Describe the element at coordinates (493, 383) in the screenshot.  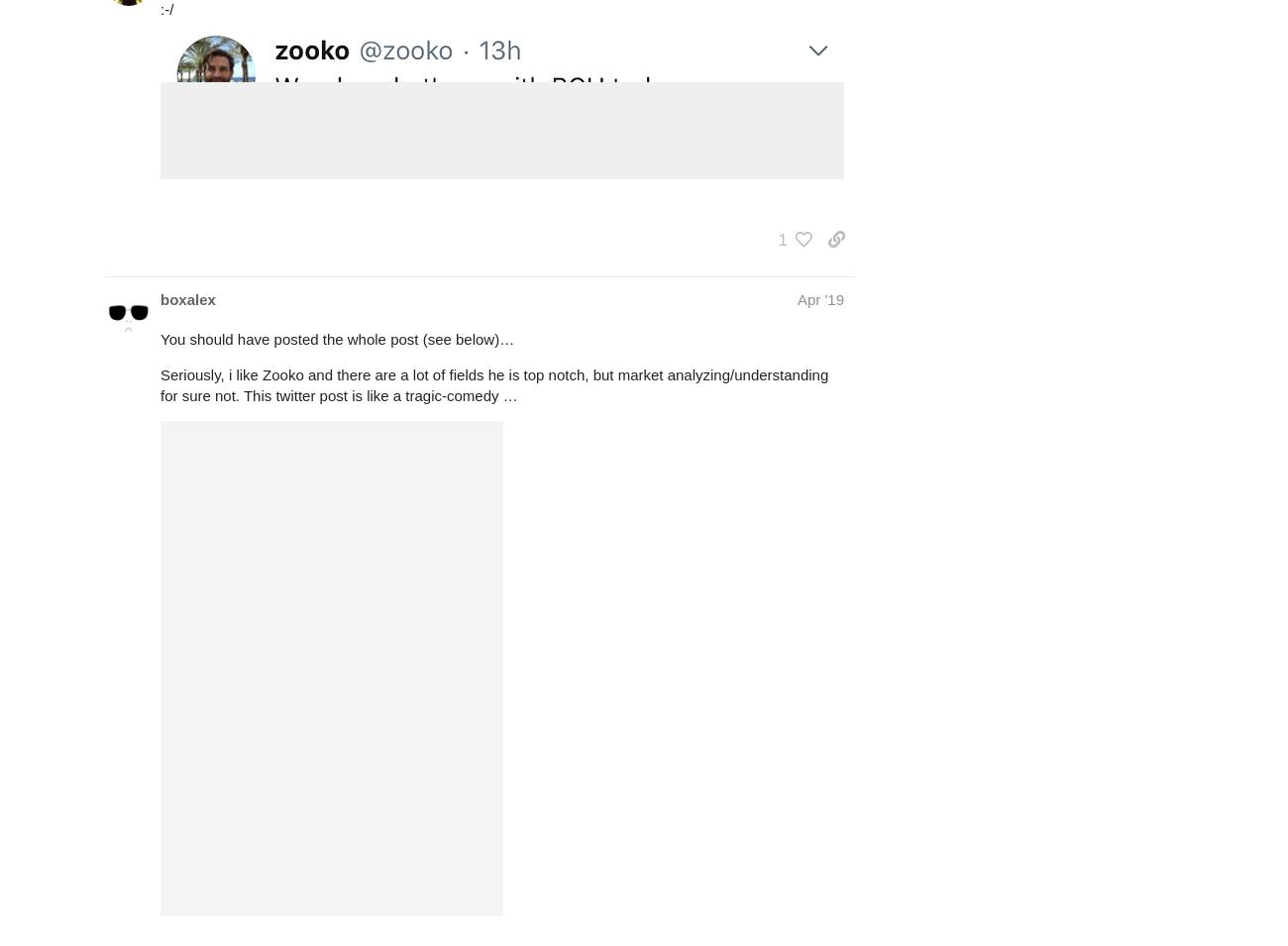
I see `'Seriously, i like Zooko and there are a lot of fields he is top notch, but market analyzing/understanding for sure not. This twitter post is like a tragic-comedy …'` at that location.